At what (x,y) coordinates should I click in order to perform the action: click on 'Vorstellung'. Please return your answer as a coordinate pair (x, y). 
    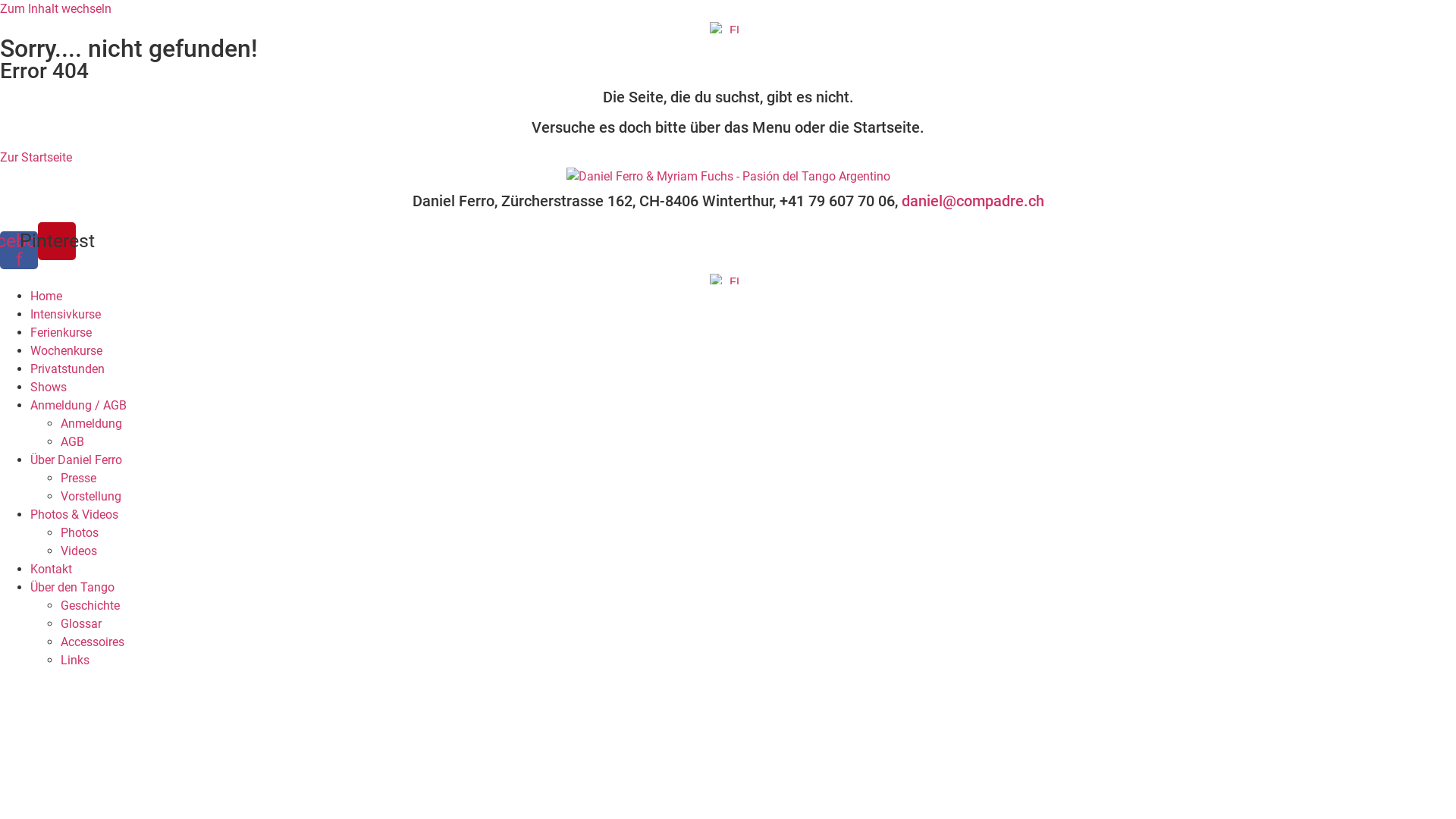
    Looking at the image, I should click on (61, 496).